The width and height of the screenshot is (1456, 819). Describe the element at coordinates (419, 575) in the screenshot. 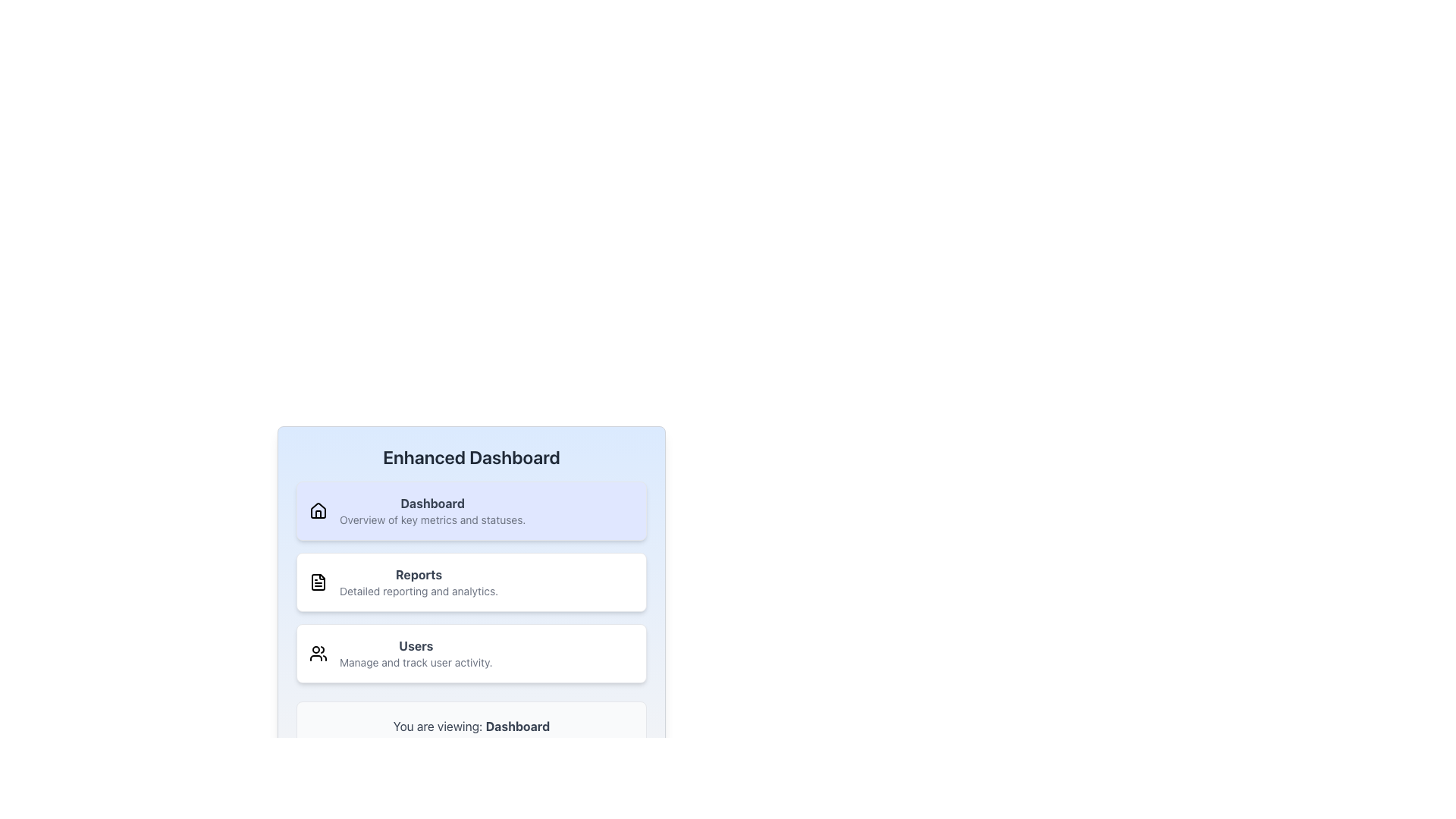

I see `the 'Reports' section title text label, which is centrally positioned in the dashboard card above the descriptive text 'Detailed reporting and analytics'` at that location.